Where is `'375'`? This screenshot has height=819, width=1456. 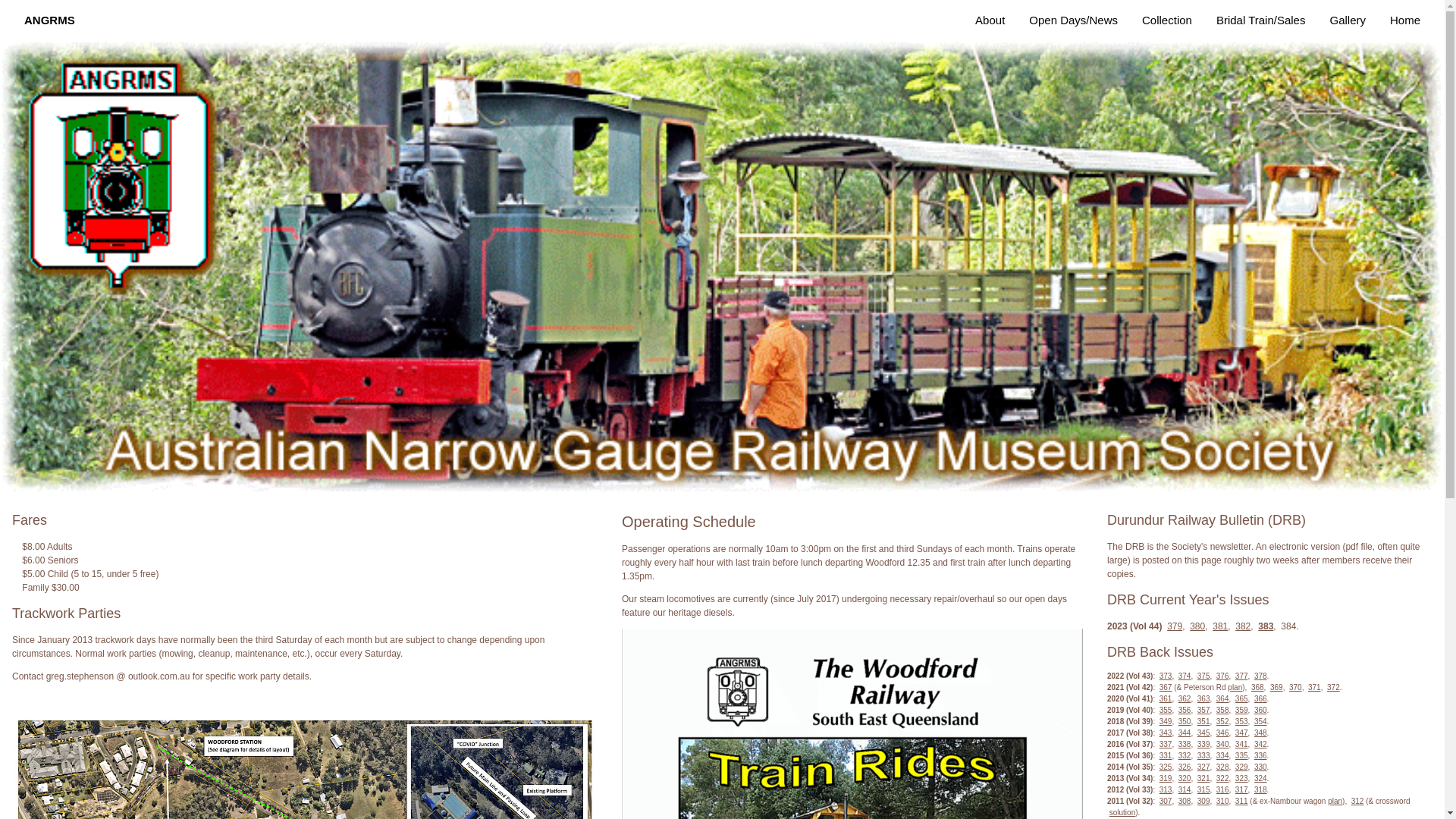
'375' is located at coordinates (1203, 675).